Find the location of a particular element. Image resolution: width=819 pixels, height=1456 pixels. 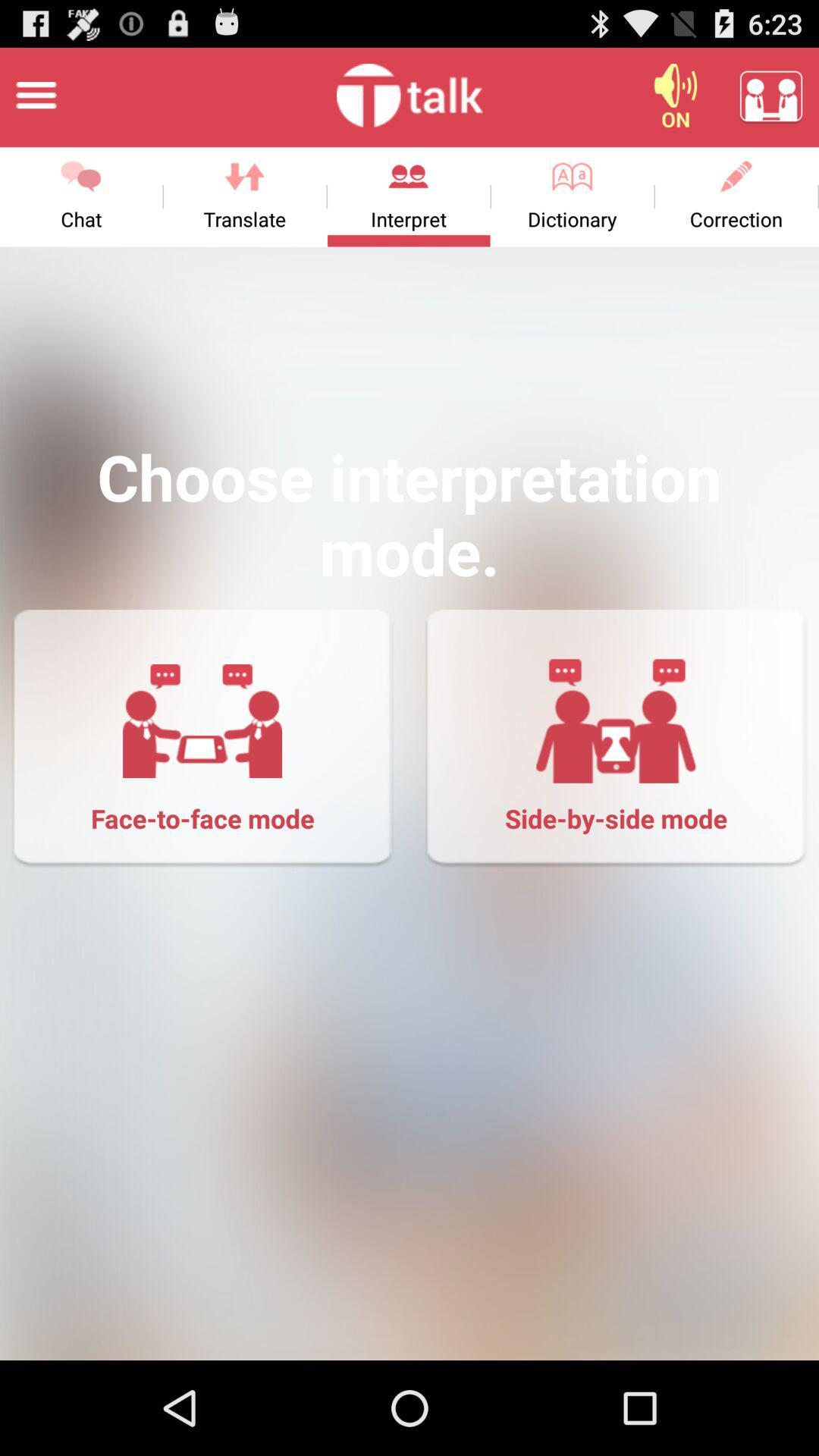

the image which is above the sidebyside mode option is located at coordinates (616, 720).